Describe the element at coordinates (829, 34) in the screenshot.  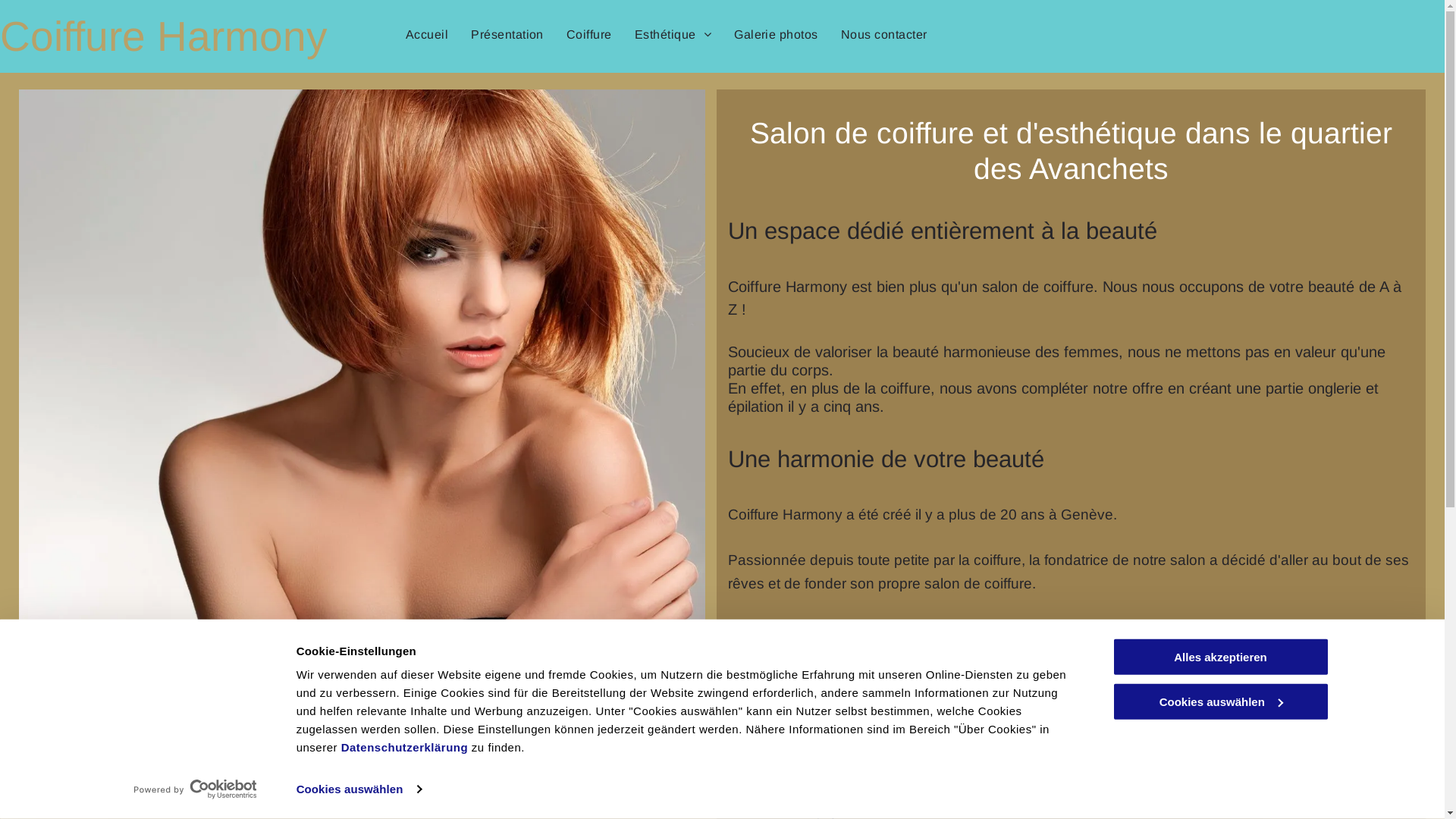
I see `'Nous contacter'` at that location.